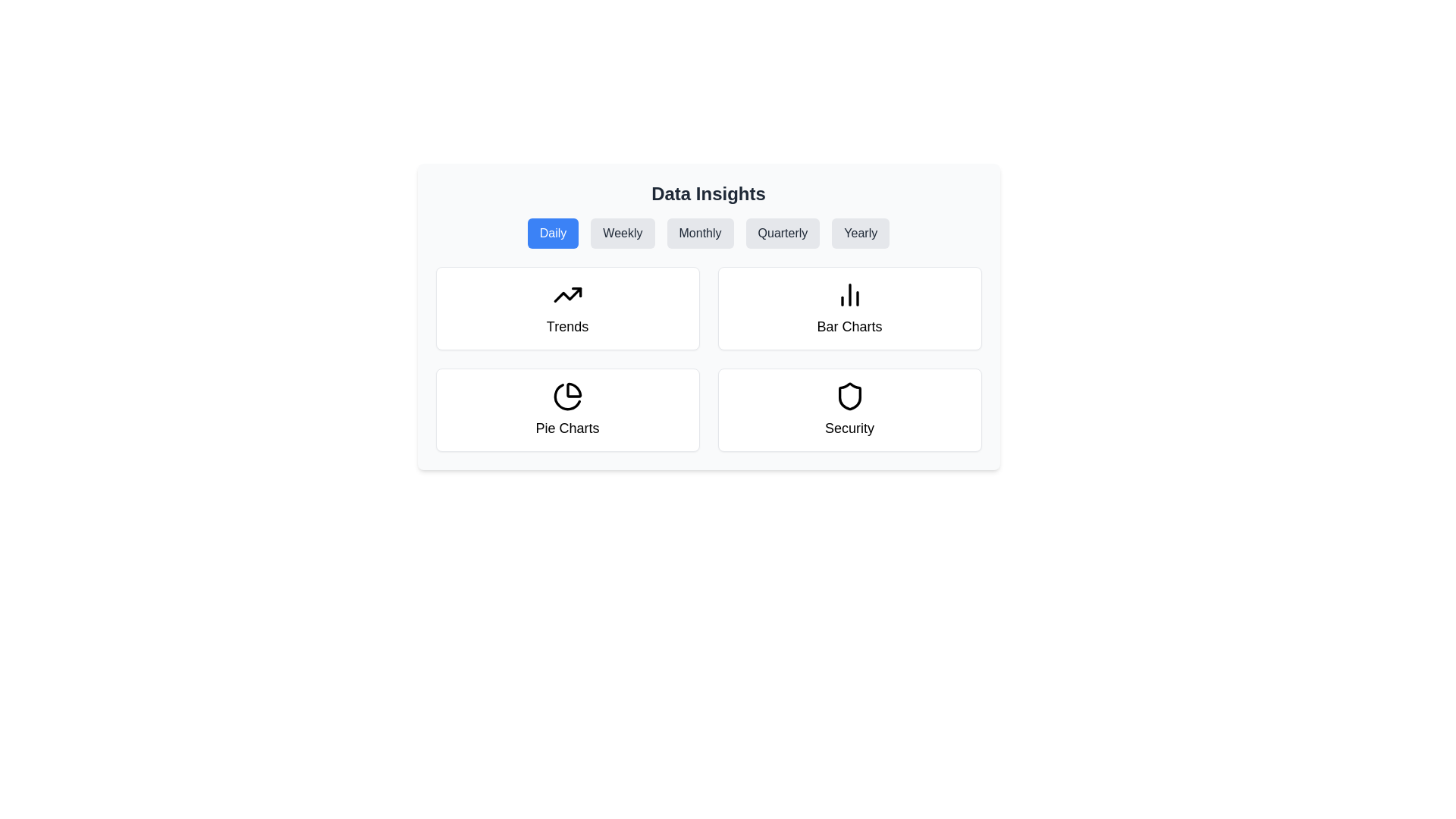  What do you see at coordinates (623, 234) in the screenshot?
I see `the 'Weekly' button, which is the second element in a row of buttons for filtering data insights` at bounding box center [623, 234].